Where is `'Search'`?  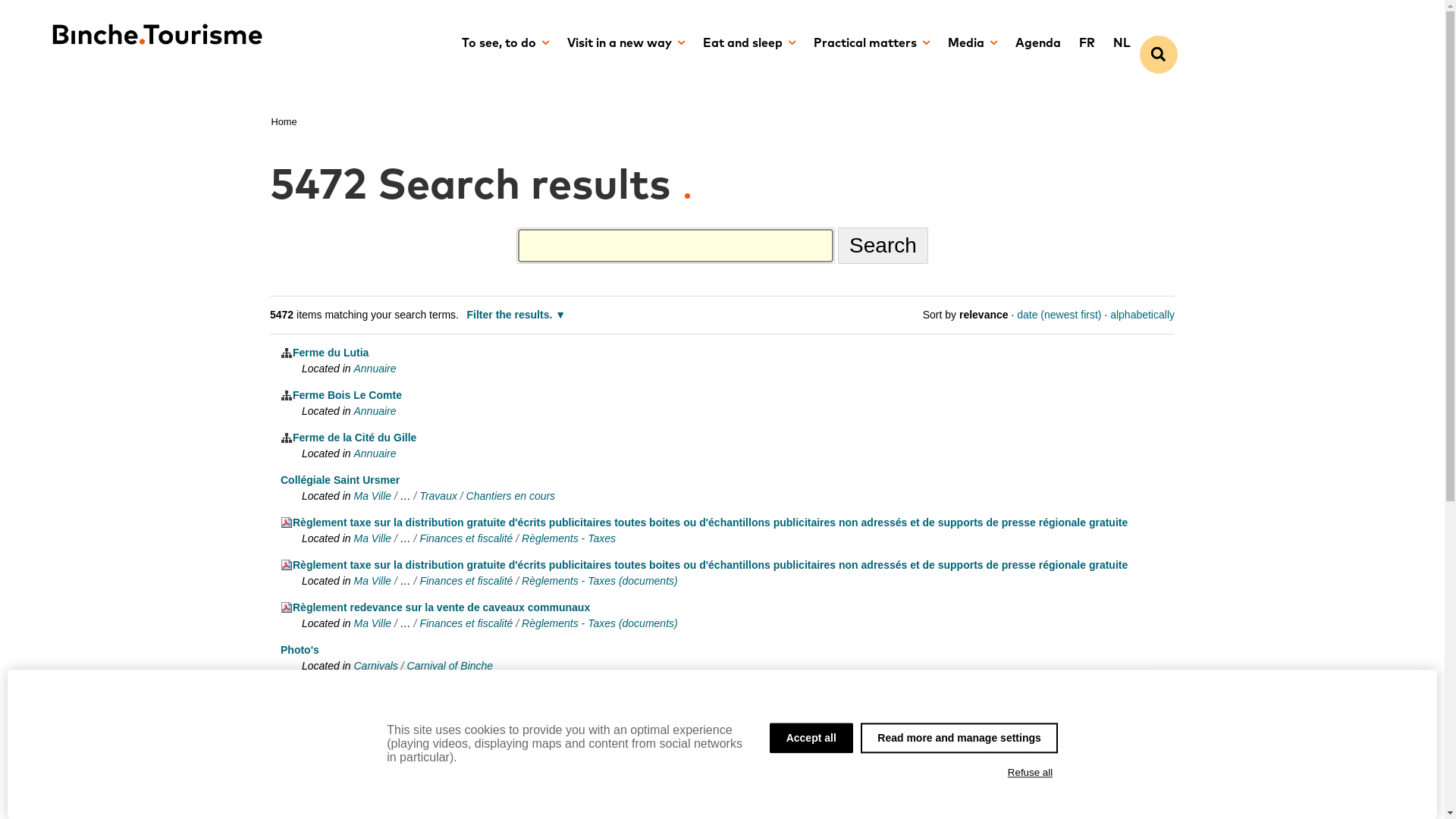 'Search' is located at coordinates (836, 245).